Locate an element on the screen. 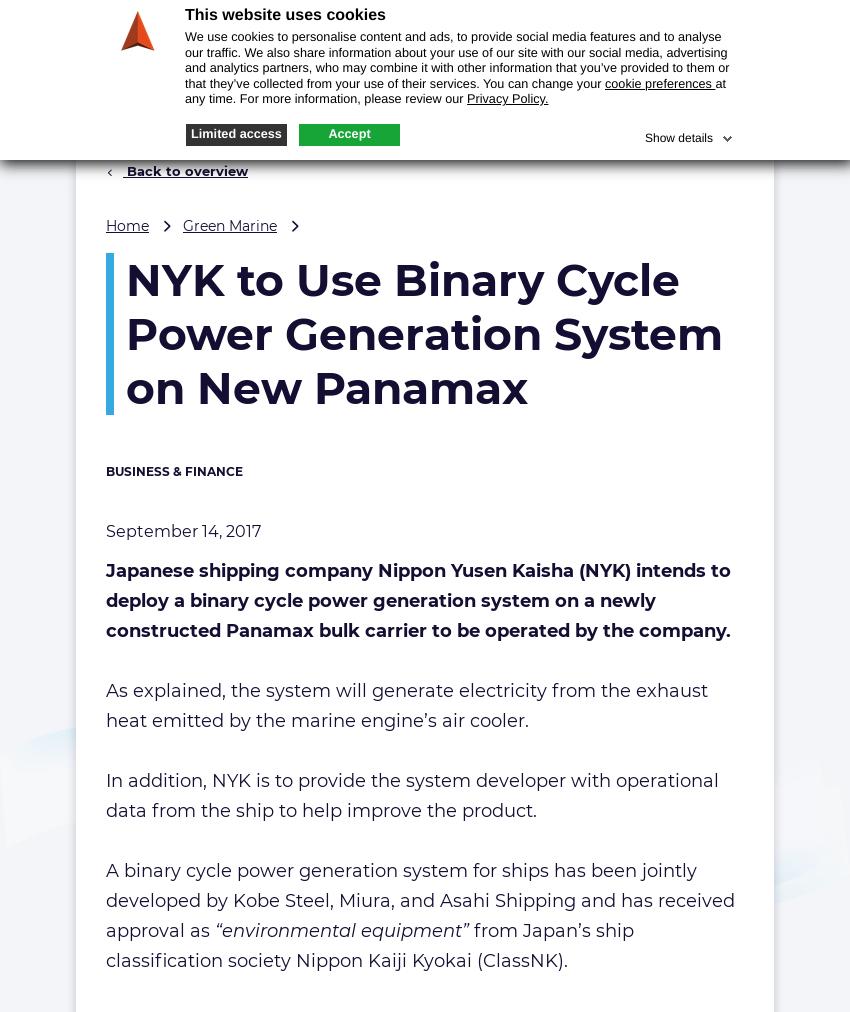  'We use cookies to personalise content and ads, to provide social media features and to analyse our traffic. We also share information about your use of our site with our social media, advertising and analytics partners, who may combine it with other information that you’ve provided to them or that they’ve collected from your use of their services. You can change your' is located at coordinates (183, 59).